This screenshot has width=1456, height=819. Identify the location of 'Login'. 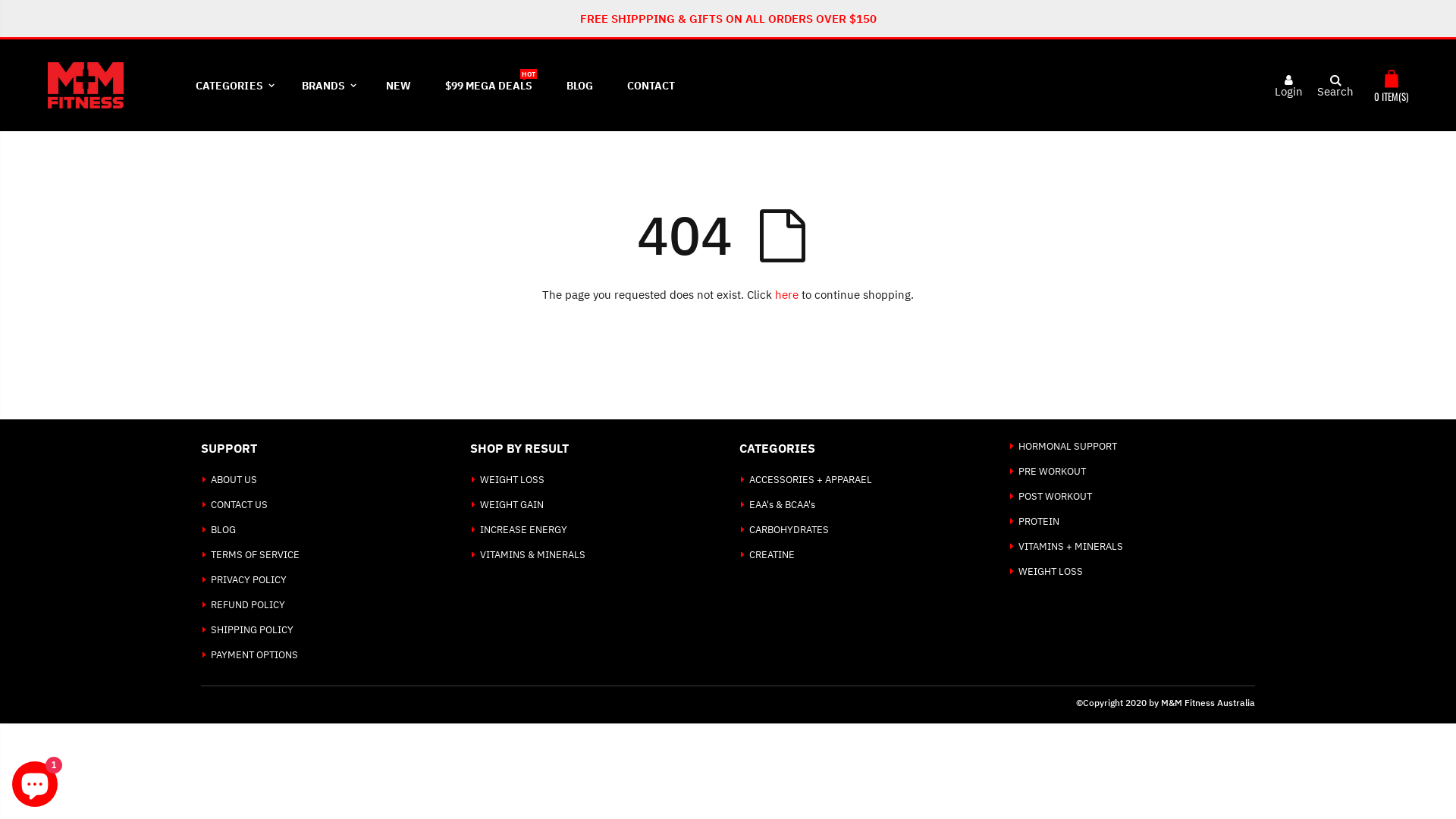
(1288, 90).